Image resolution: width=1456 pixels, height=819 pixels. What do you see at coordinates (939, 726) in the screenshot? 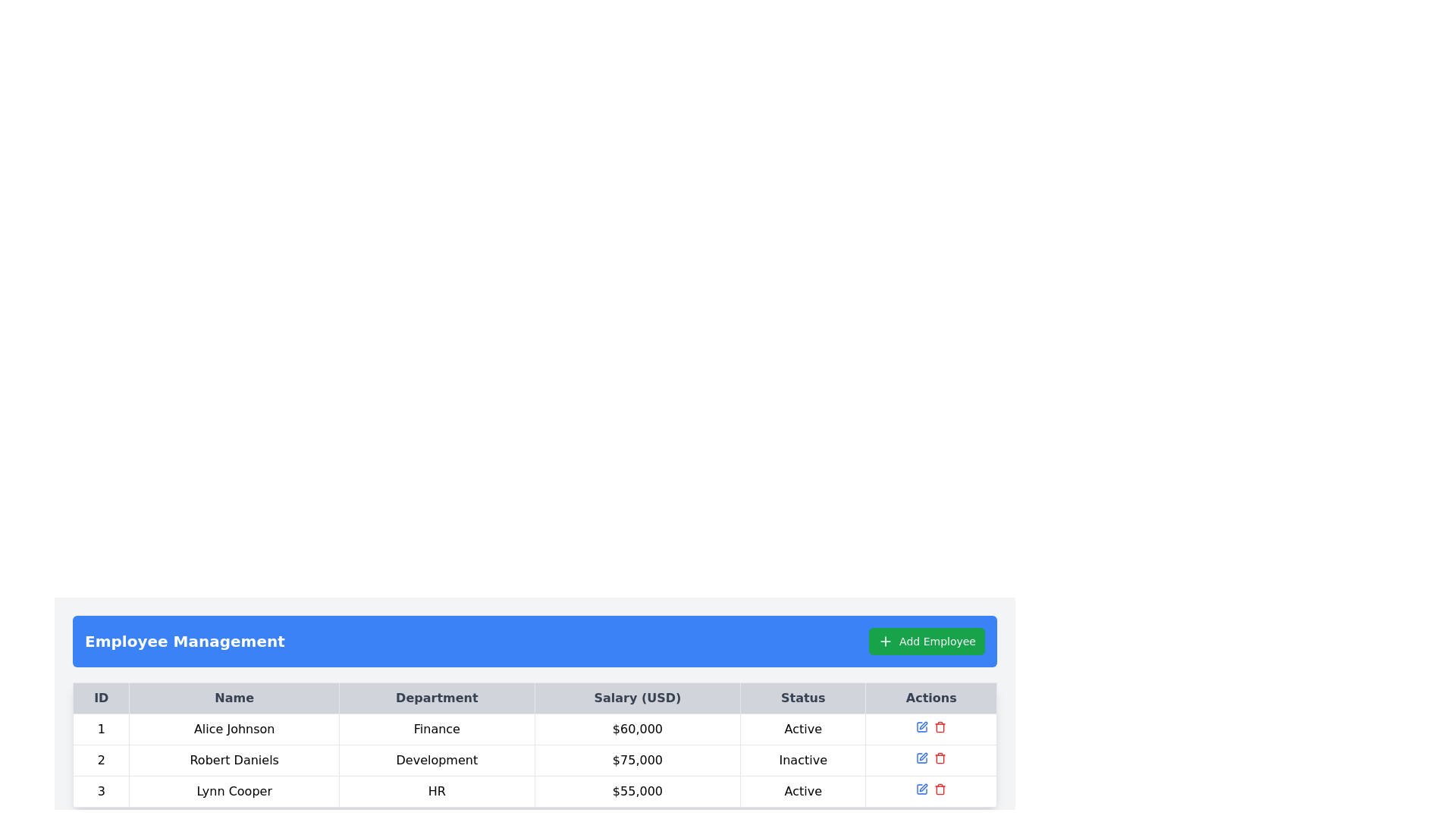
I see `the delete icon button in the 'Actions' column for the third row in the table` at bounding box center [939, 726].